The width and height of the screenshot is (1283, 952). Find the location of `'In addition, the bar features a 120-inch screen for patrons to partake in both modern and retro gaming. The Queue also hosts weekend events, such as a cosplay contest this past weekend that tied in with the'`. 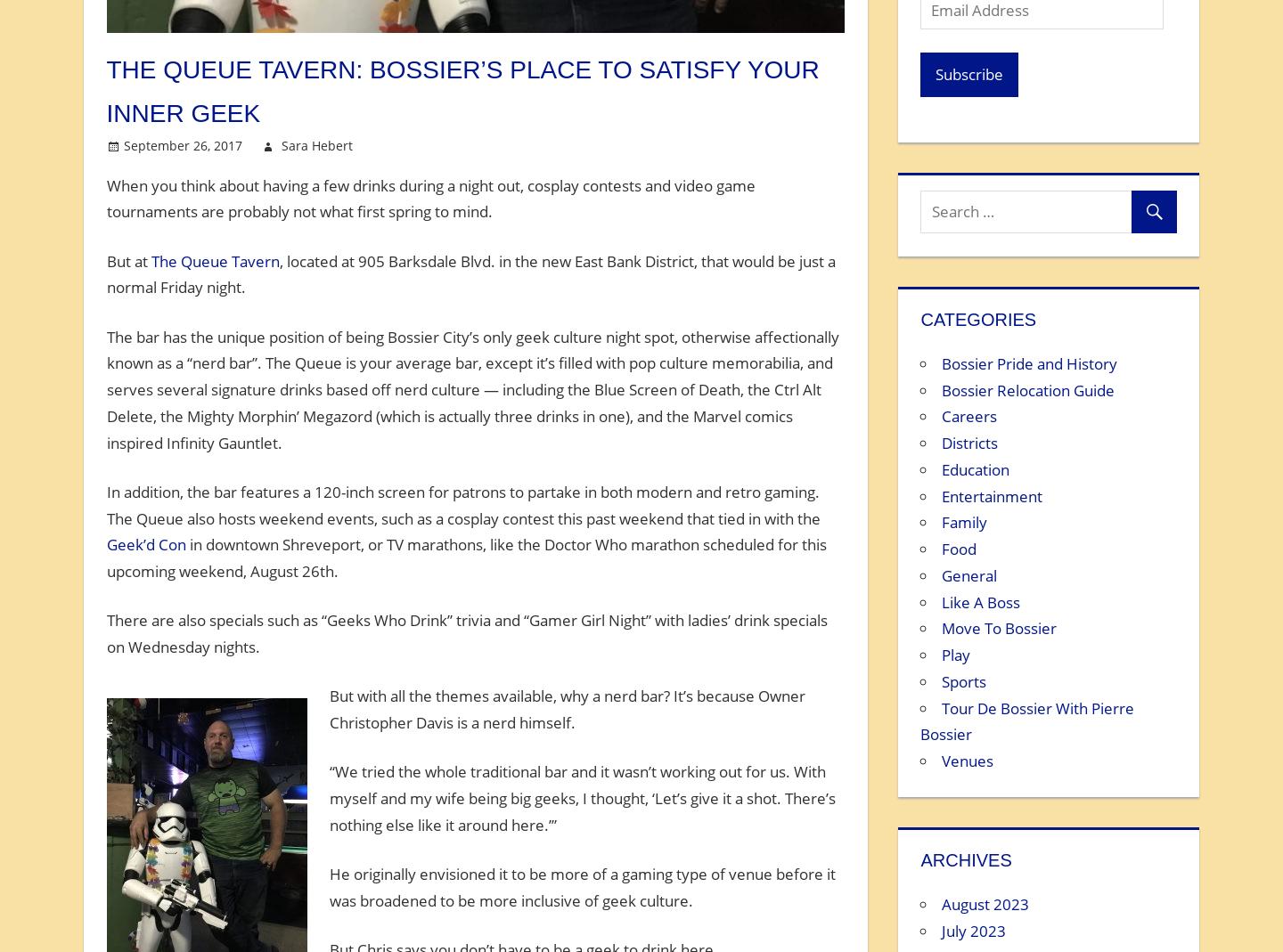

'In addition, the bar features a 120-inch screen for patrons to partake in both modern and retro gaming. The Queue also hosts weekend events, such as a cosplay contest this past weekend that tied in with the' is located at coordinates (462, 504).